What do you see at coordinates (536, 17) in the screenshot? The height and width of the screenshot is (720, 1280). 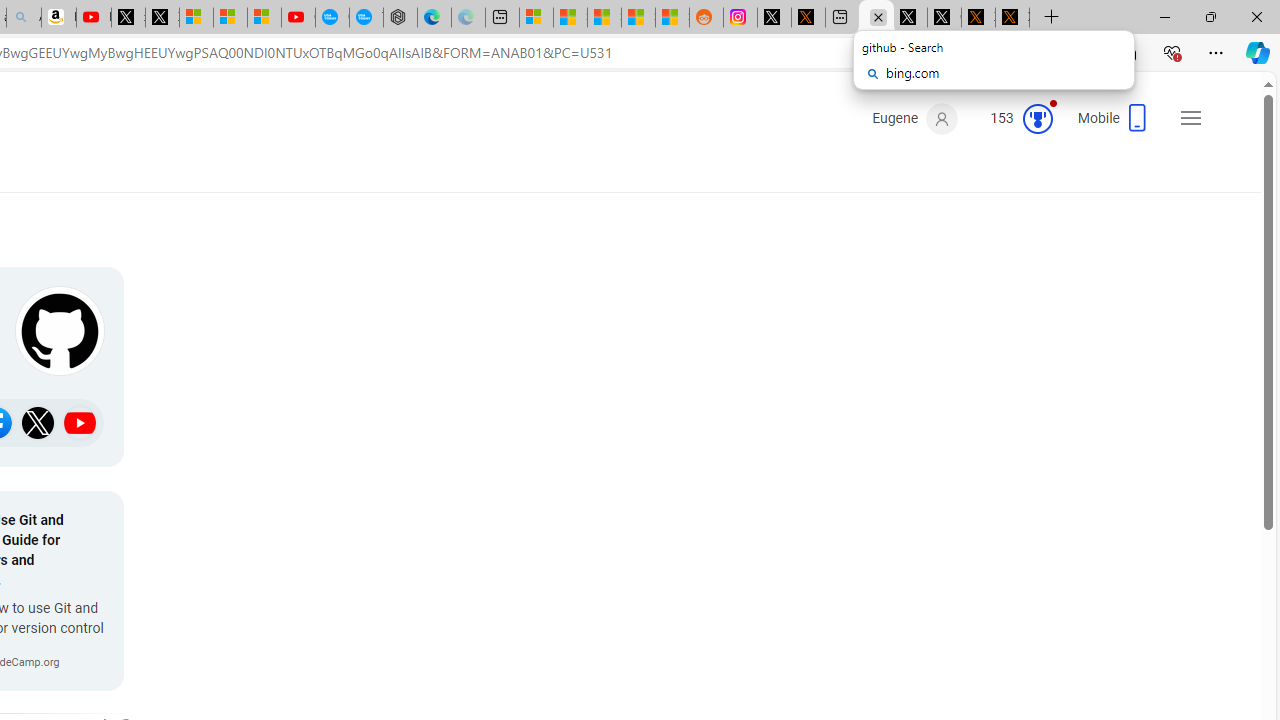 I see `'Microsoft account | Microsoft Account Privacy Settings'` at bounding box center [536, 17].